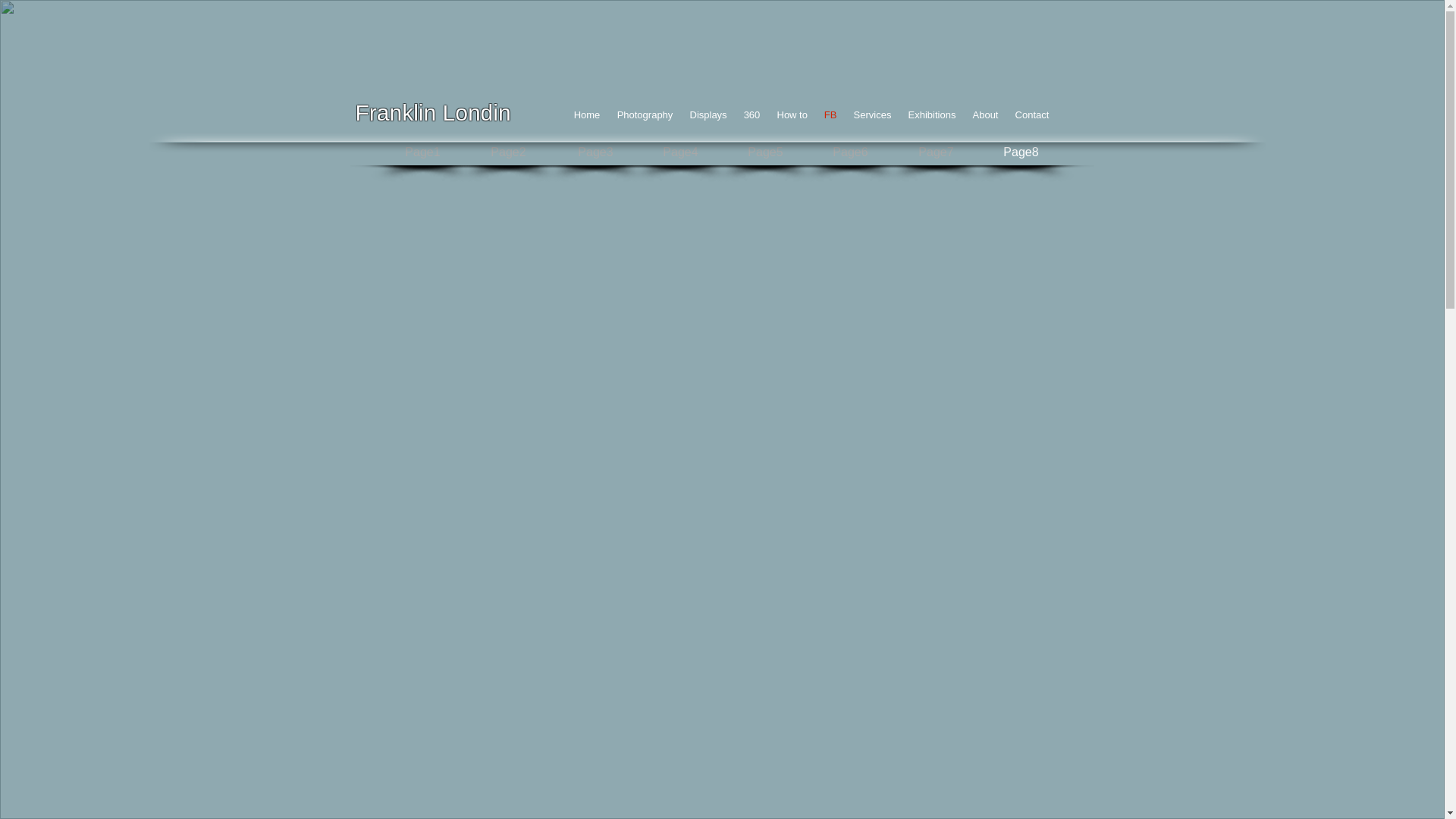  I want to click on '360', so click(752, 114).